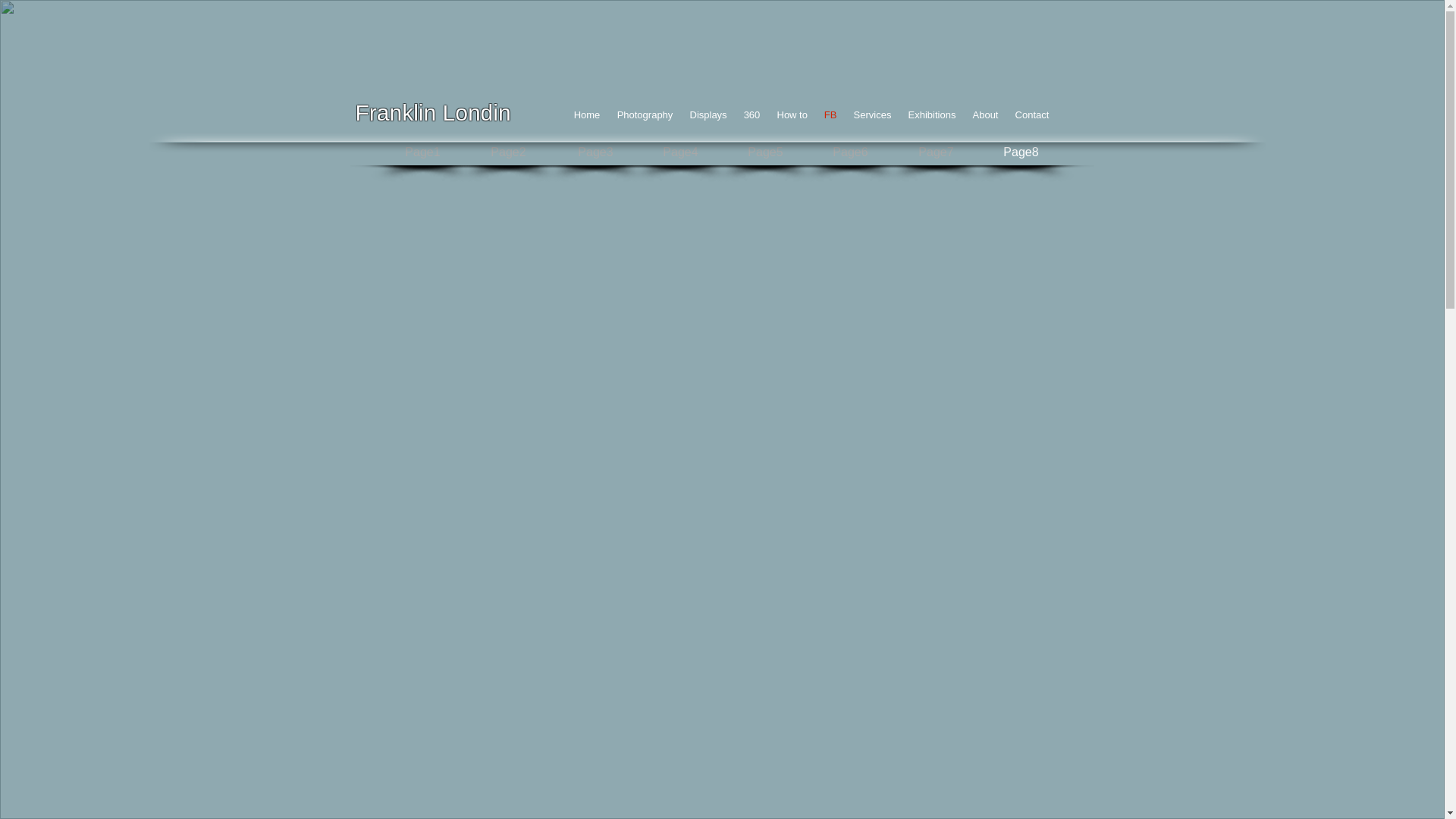  I want to click on '360', so click(752, 114).